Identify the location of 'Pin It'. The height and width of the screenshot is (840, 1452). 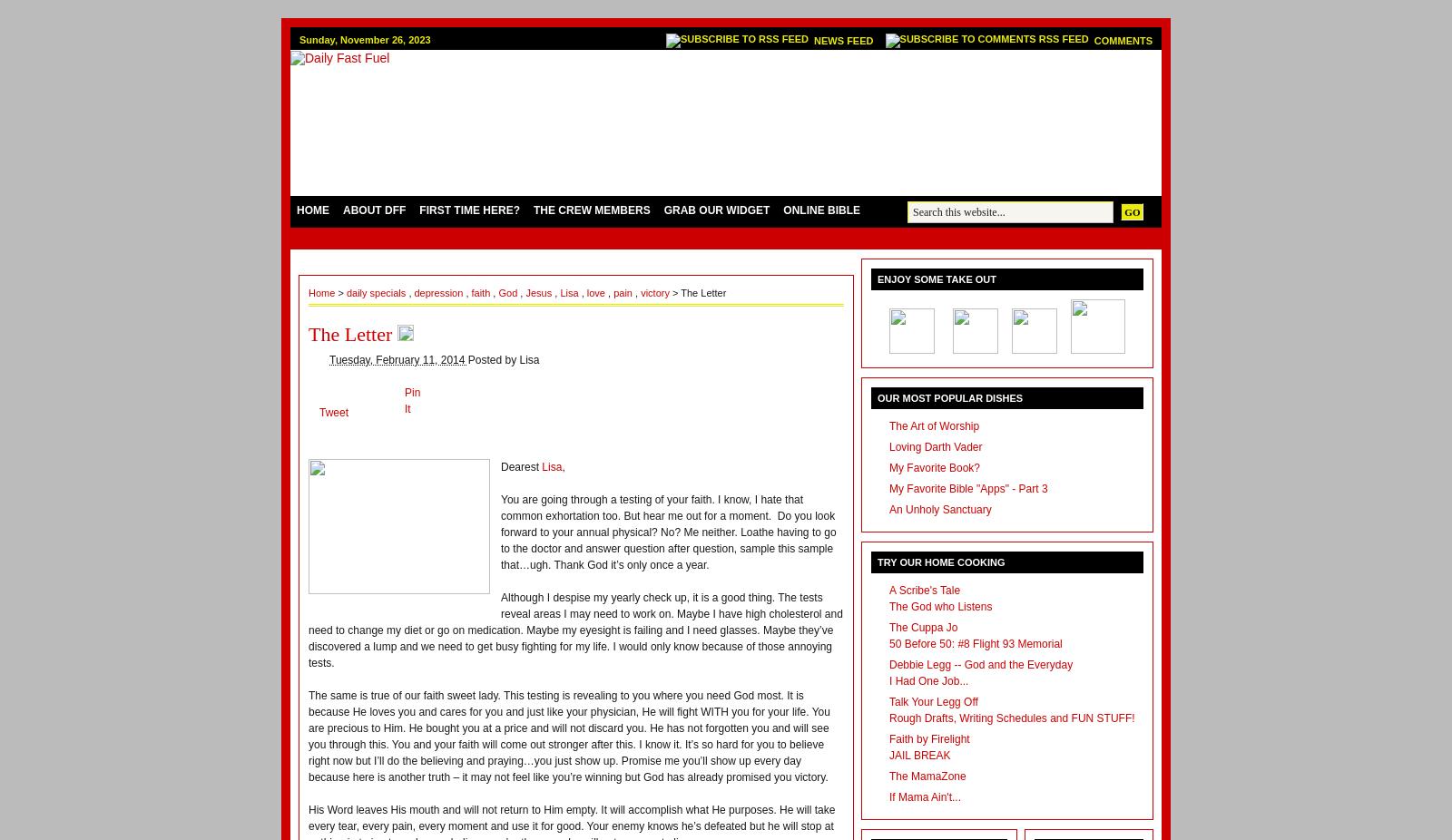
(403, 400).